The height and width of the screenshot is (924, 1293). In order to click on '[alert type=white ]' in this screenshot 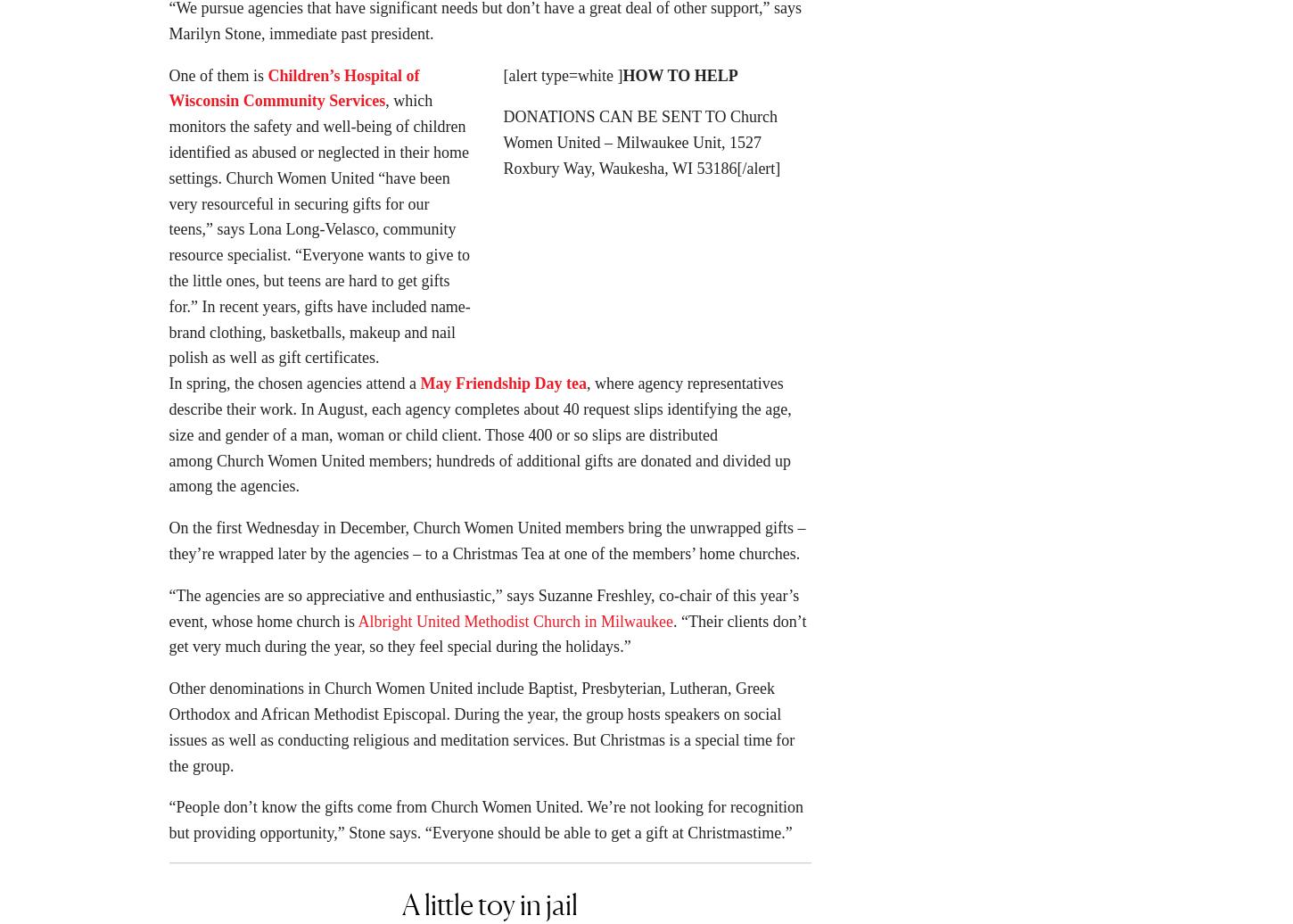, I will do `click(562, 80)`.